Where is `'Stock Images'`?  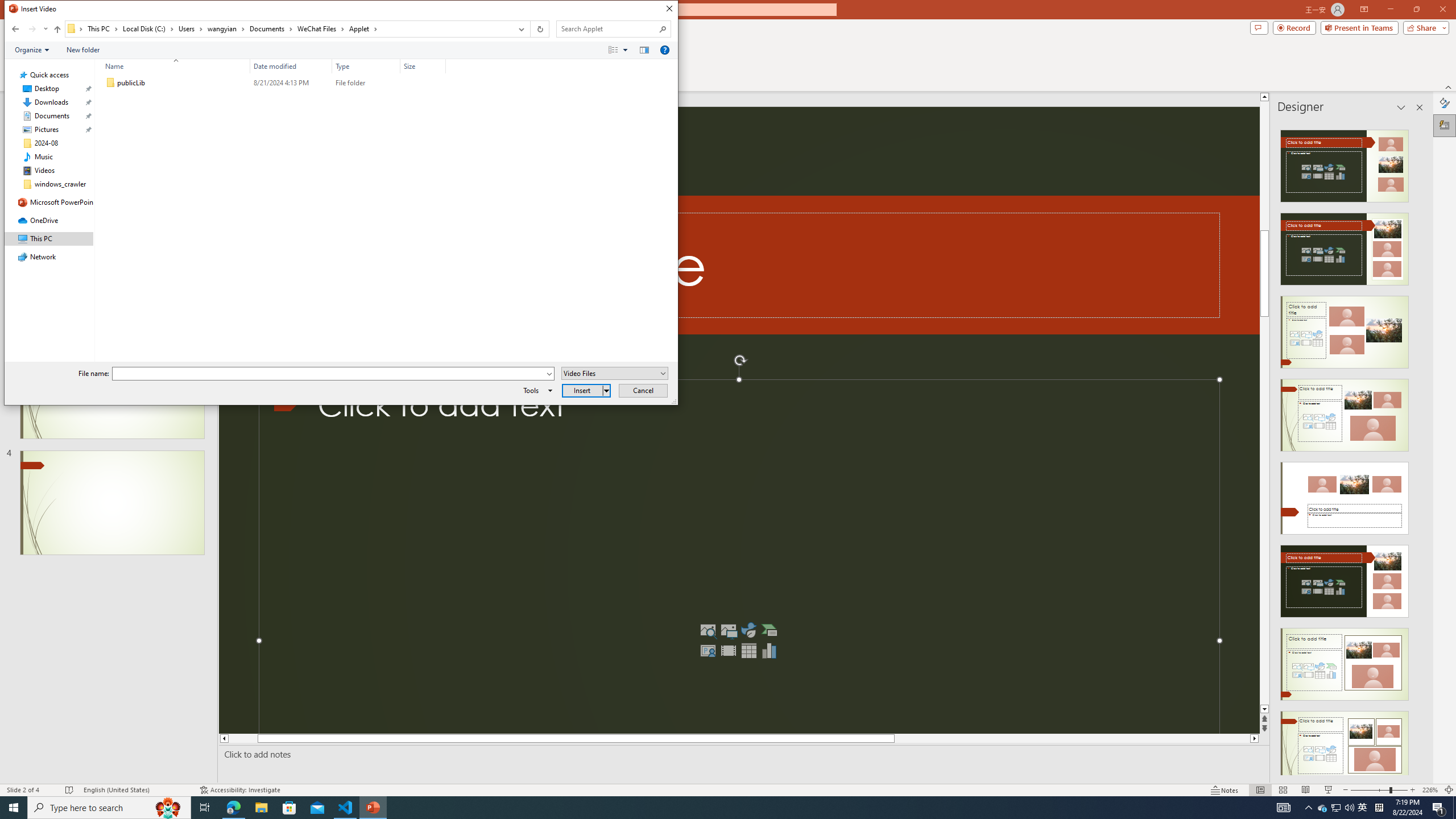 'Stock Images' is located at coordinates (708, 630).